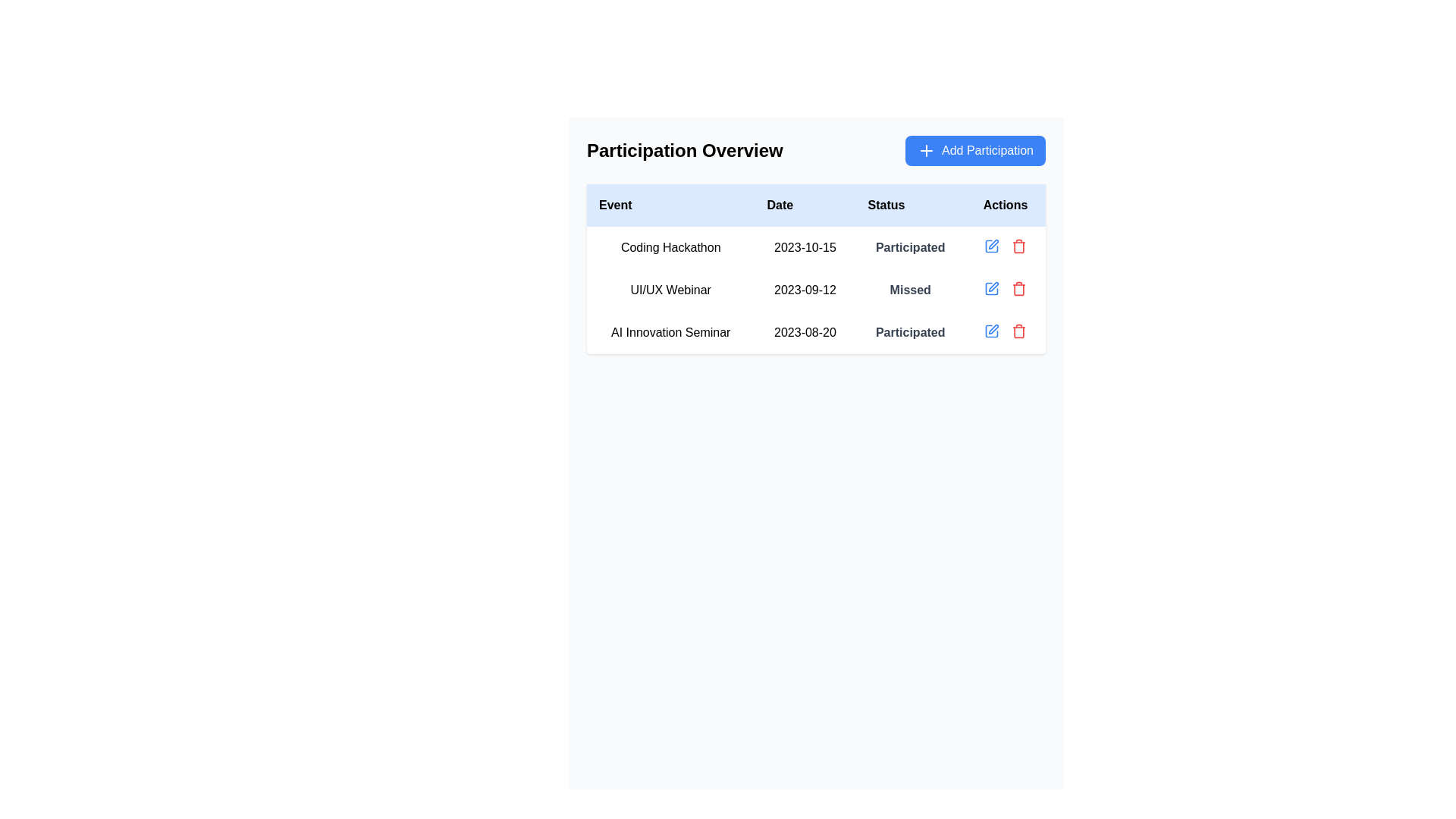 The image size is (1456, 819). I want to click on the second row of the 'Participation Overview' table, so click(815, 290).